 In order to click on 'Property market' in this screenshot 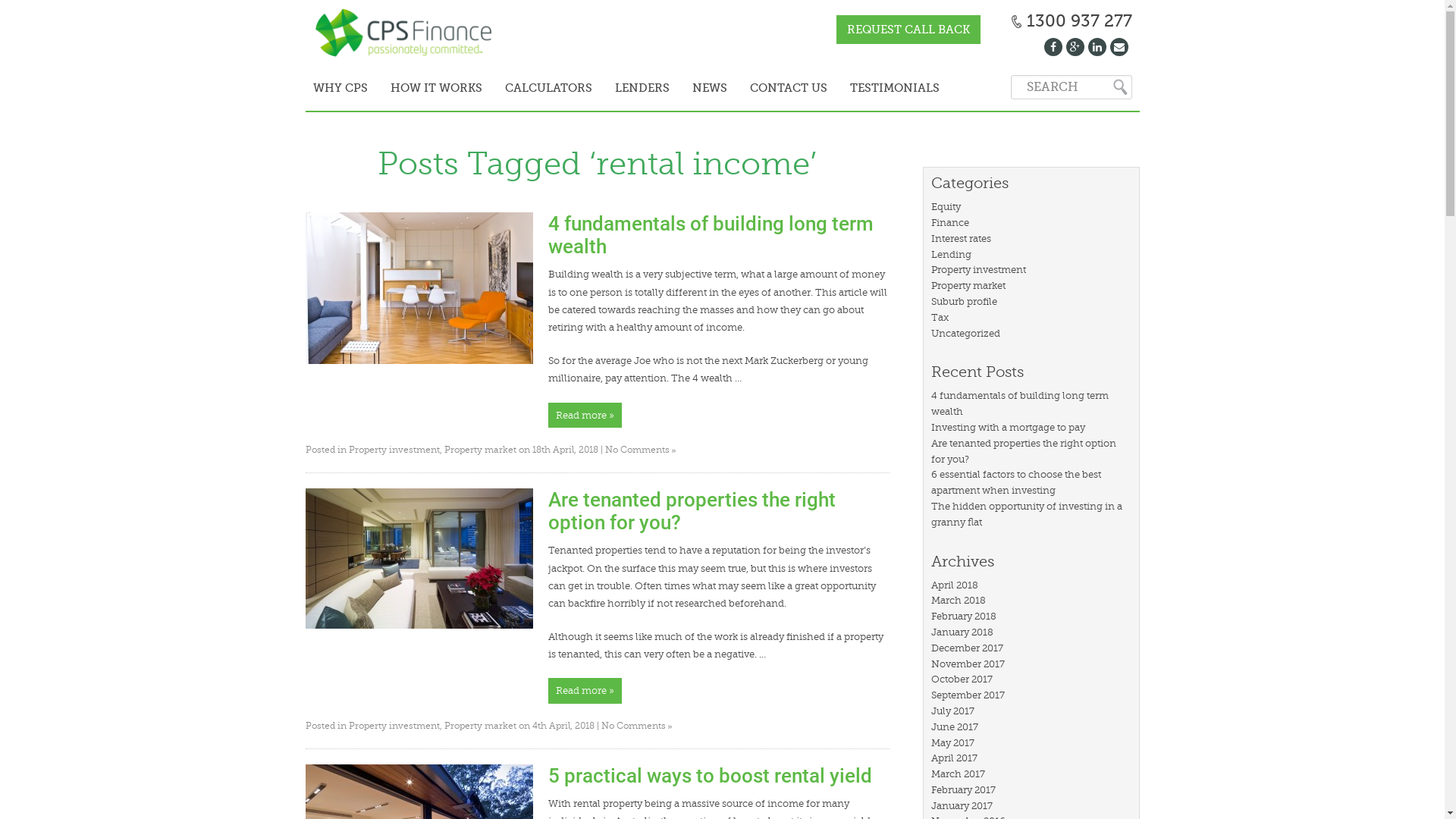, I will do `click(967, 285)`.